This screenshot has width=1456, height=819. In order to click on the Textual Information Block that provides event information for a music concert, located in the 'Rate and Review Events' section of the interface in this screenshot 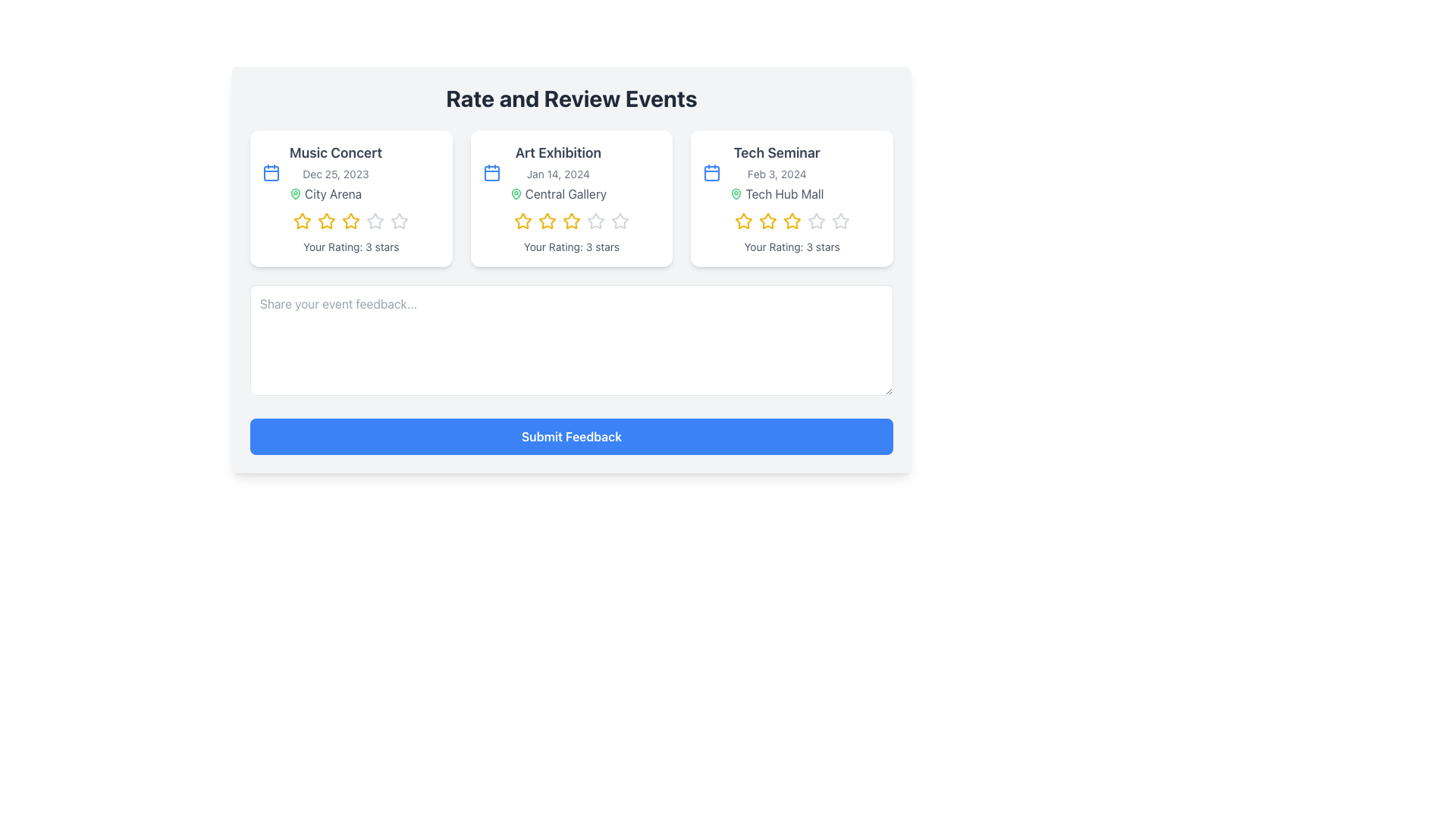, I will do `click(334, 171)`.